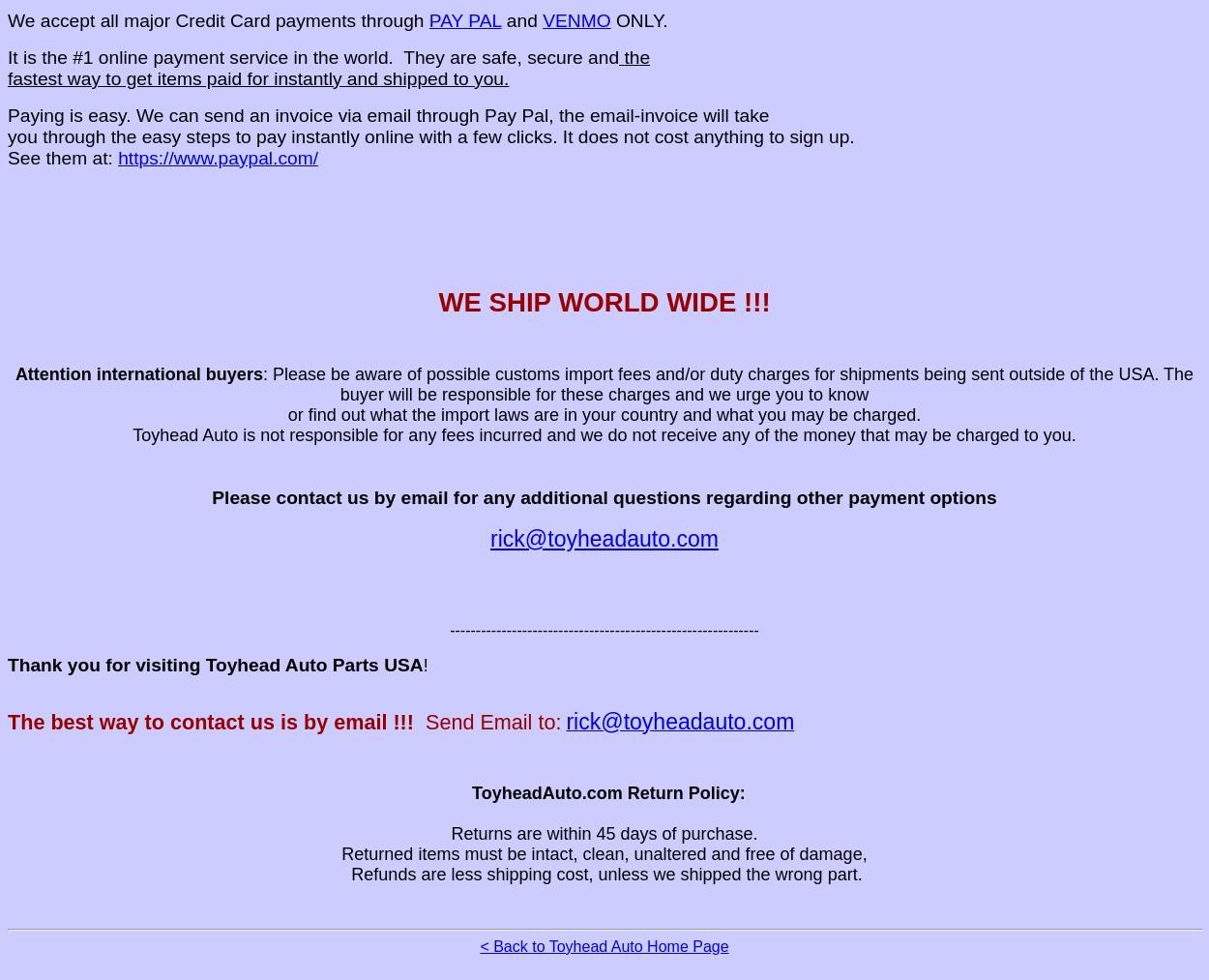 This screenshot has height=980, width=1209. Describe the element at coordinates (403, 663) in the screenshot. I see `'USA'` at that location.